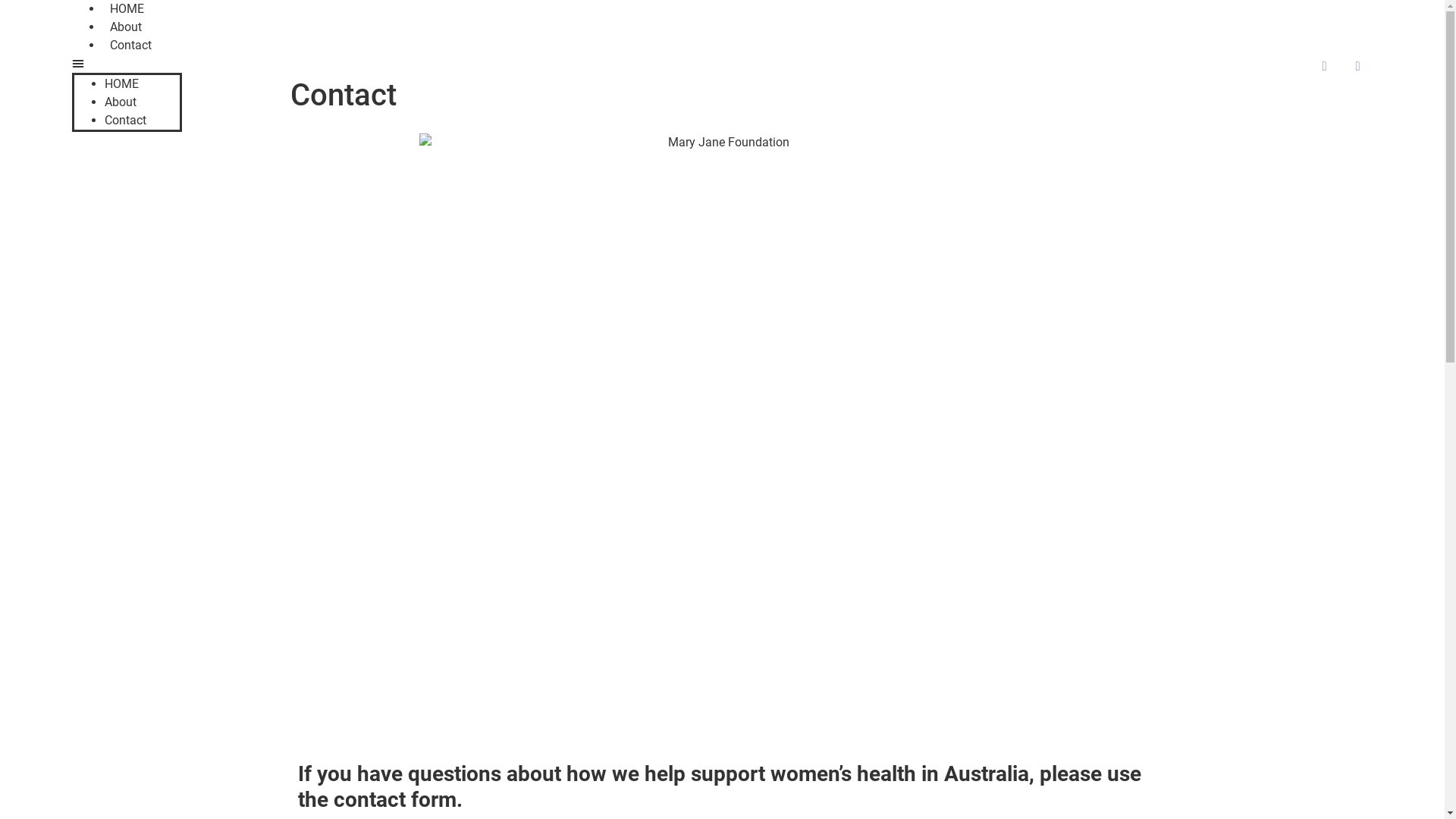  Describe the element at coordinates (125, 119) in the screenshot. I see `'Contact'` at that location.